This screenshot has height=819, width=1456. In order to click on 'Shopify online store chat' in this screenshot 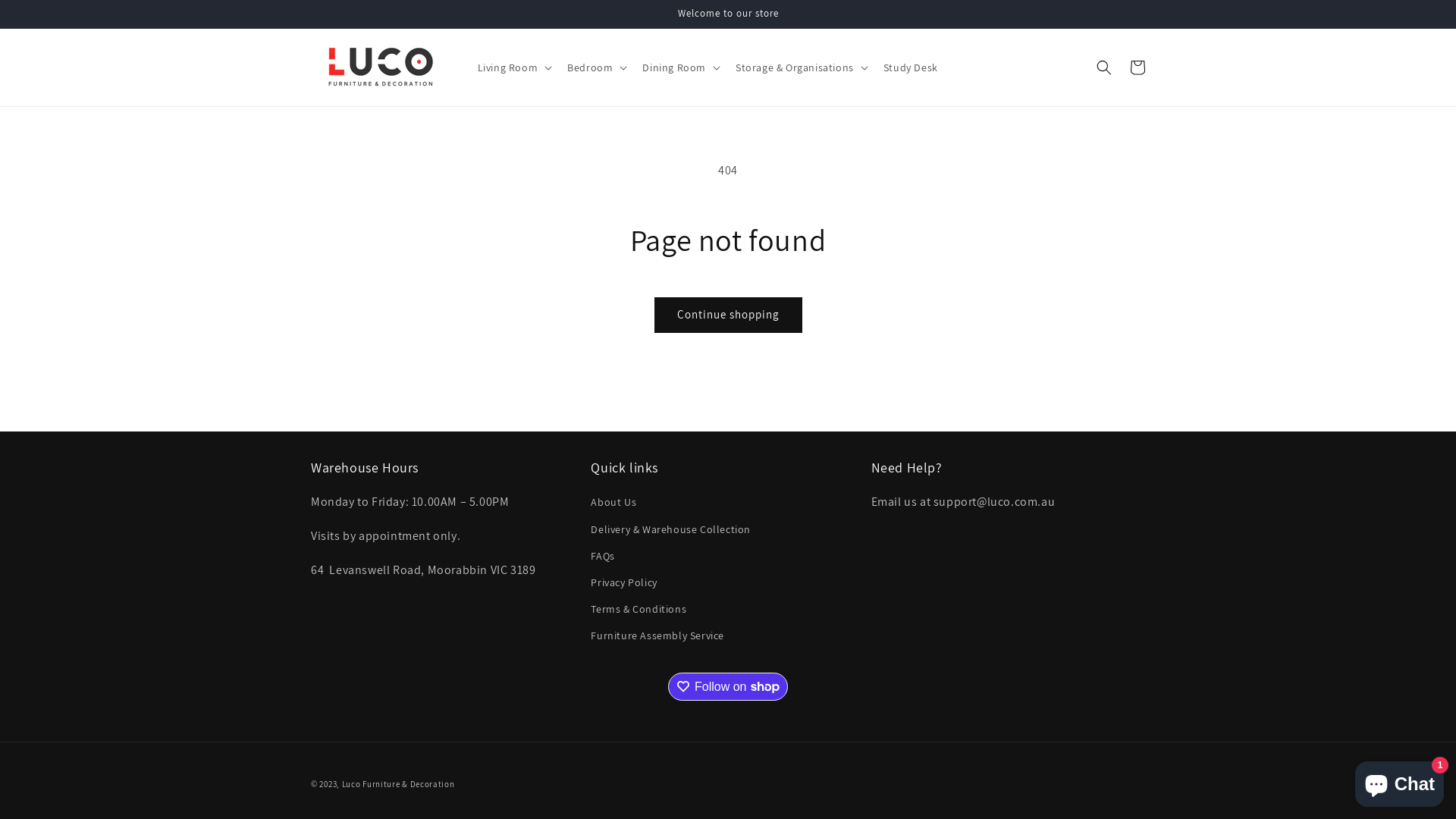, I will do `click(1398, 780)`.